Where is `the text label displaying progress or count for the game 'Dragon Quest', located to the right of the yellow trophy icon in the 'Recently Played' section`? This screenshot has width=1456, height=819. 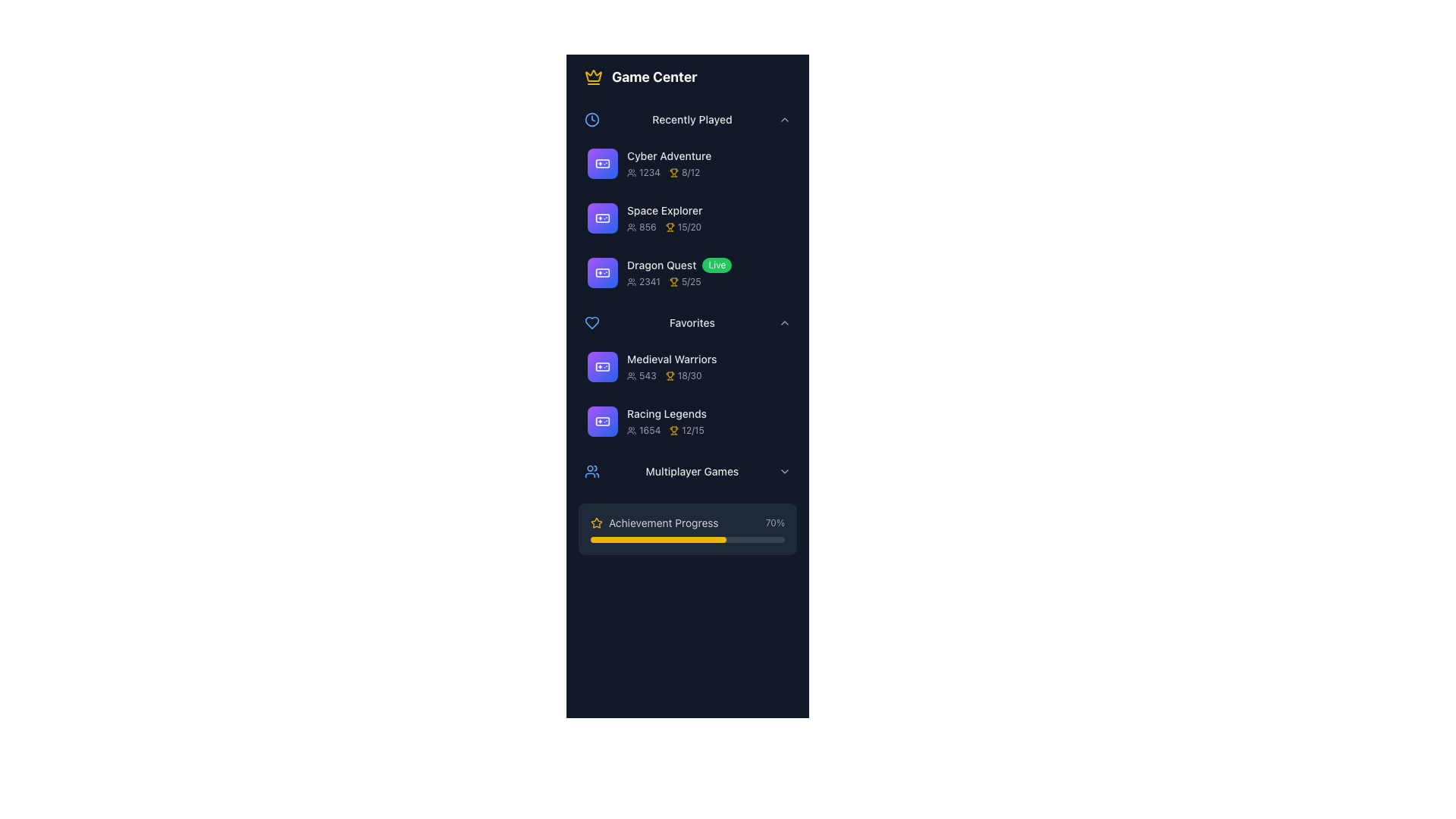 the text label displaying progress or count for the game 'Dragon Quest', located to the right of the yellow trophy icon in the 'Recently Played' section is located at coordinates (690, 281).